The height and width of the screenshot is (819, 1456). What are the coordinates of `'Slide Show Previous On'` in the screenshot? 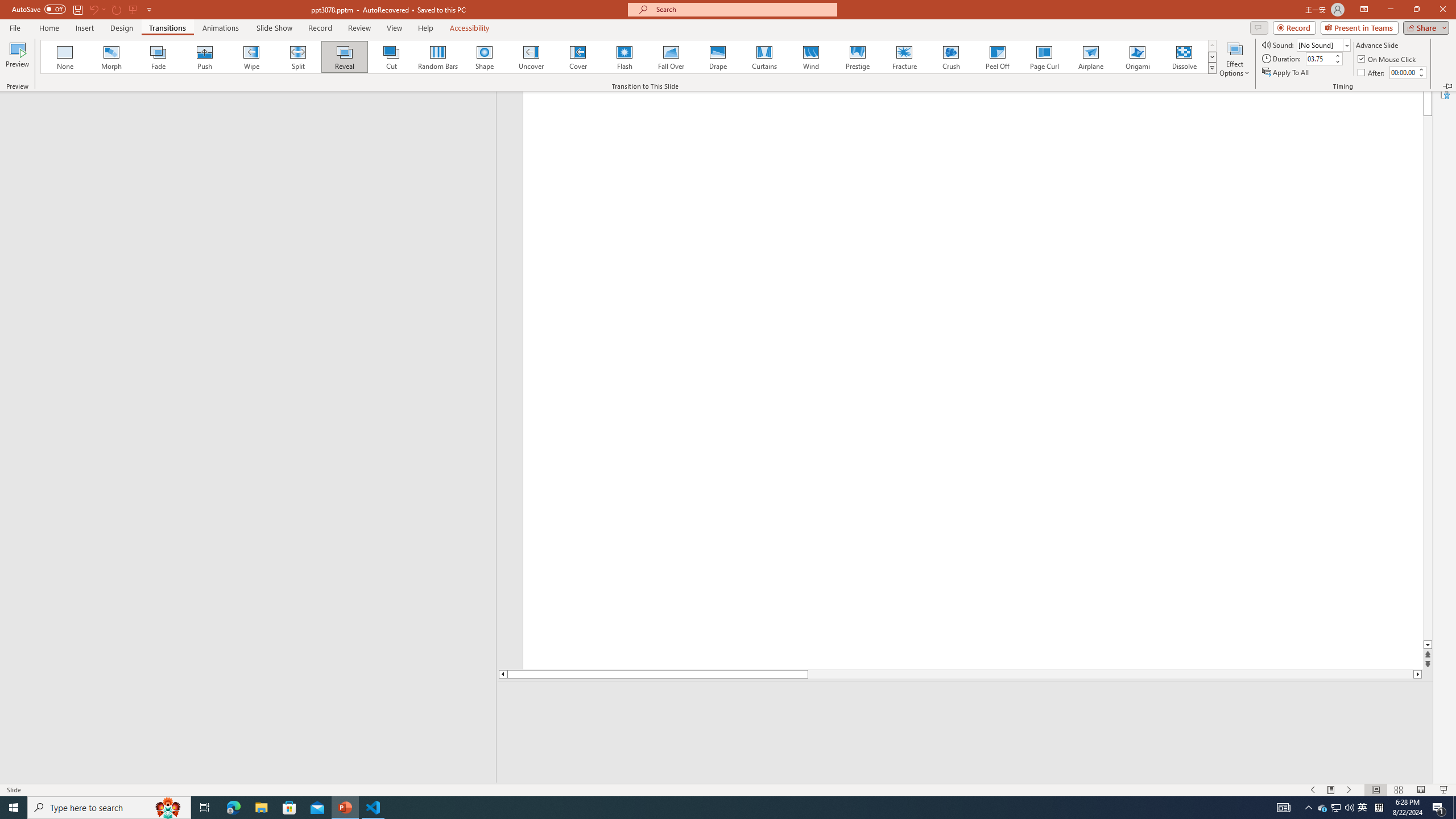 It's located at (1313, 790).